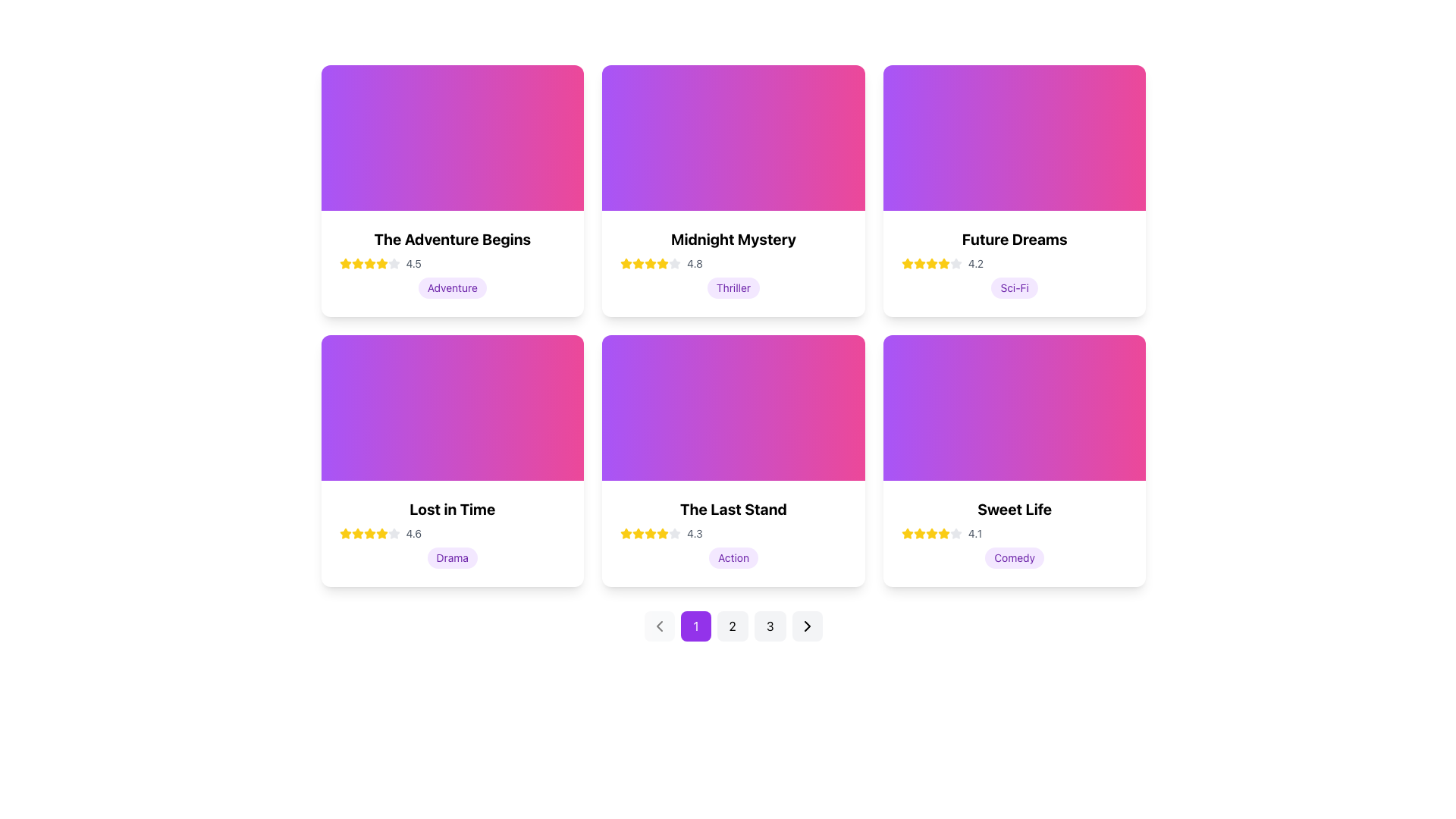 Image resolution: width=1456 pixels, height=819 pixels. I want to click on the first star icon in the rating display for the 'Midnight Mystery' card, so click(626, 262).